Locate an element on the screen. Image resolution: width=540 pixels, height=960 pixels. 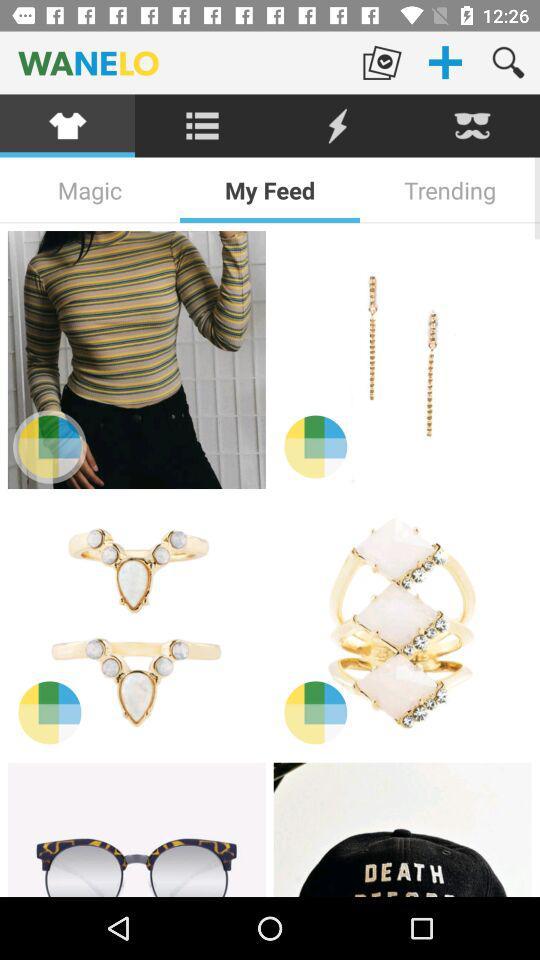
clothing option is located at coordinates (67, 125).